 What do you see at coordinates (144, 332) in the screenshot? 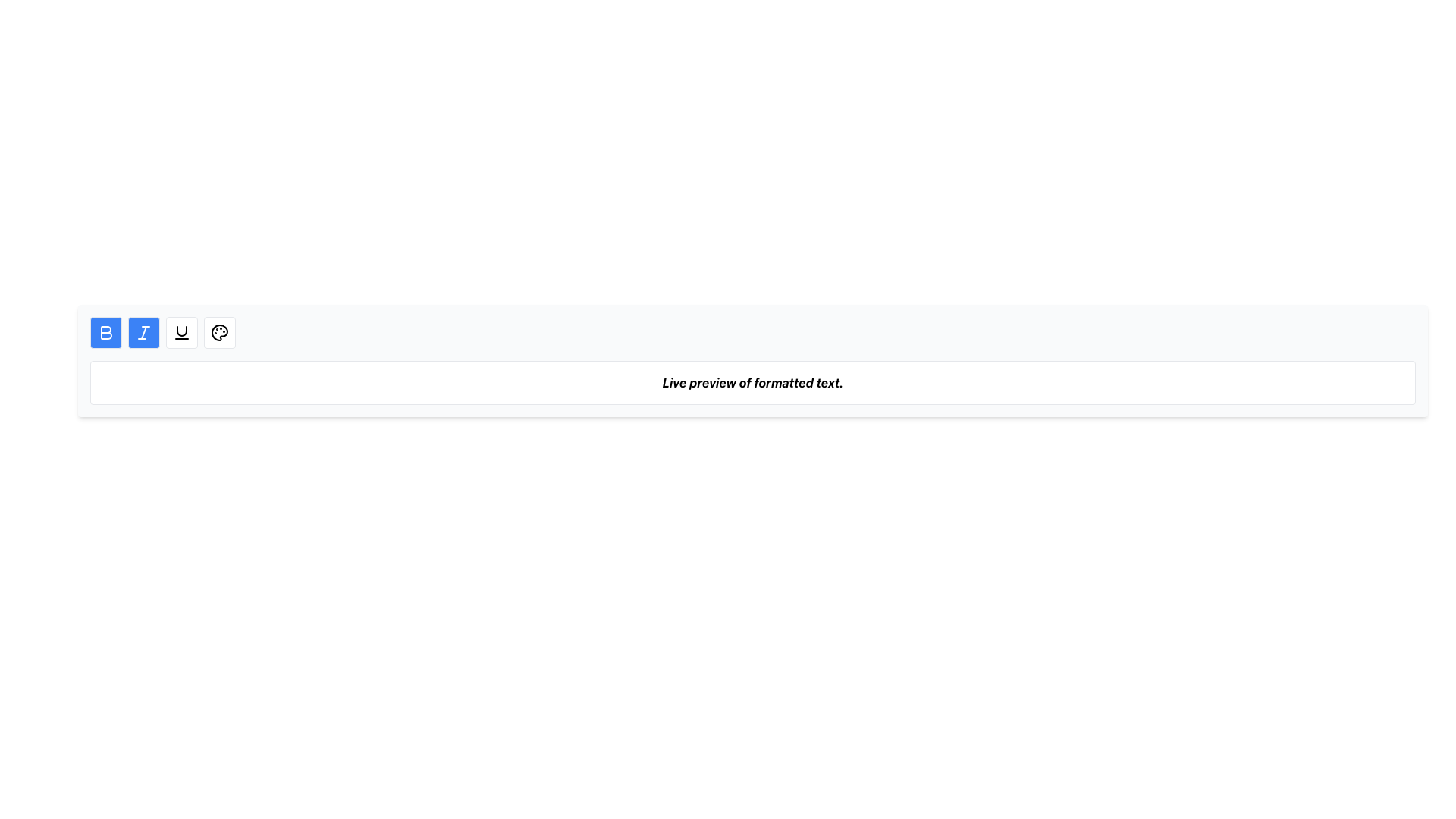
I see `the diagonal line element within the italicization icon` at bounding box center [144, 332].